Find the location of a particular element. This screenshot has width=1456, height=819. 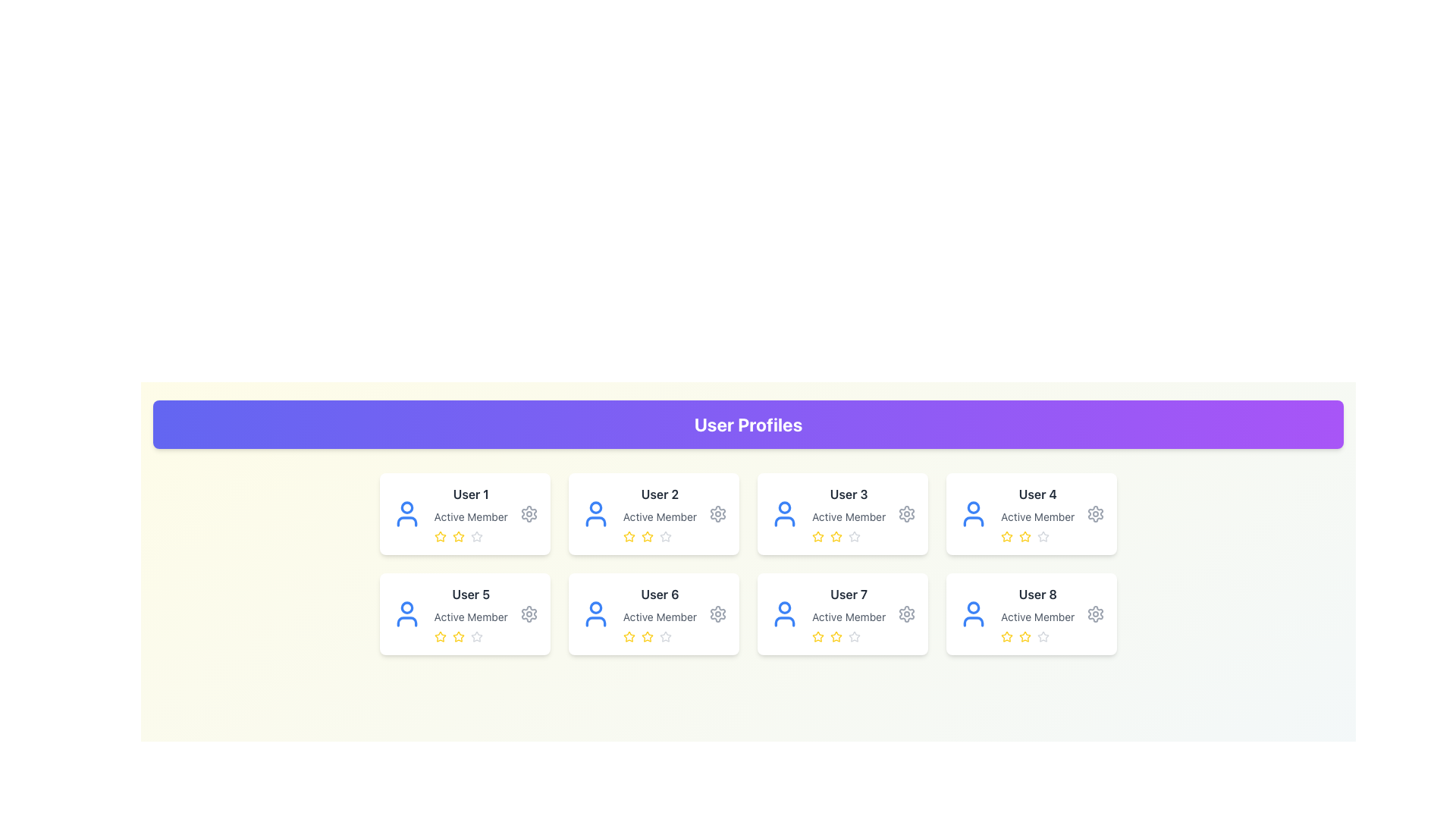

the settings icon located within the user profile card for 'User 8' is located at coordinates (1096, 614).